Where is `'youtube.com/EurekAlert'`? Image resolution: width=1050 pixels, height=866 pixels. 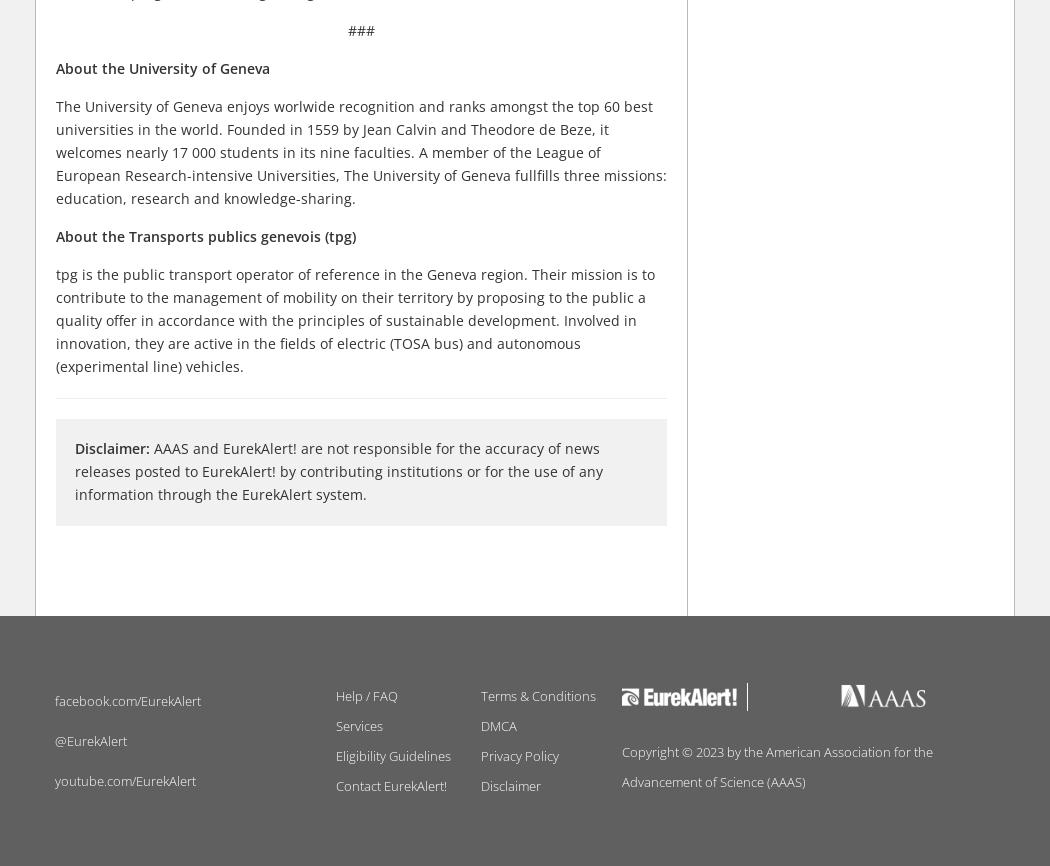
'youtube.com/EurekAlert' is located at coordinates (124, 779).